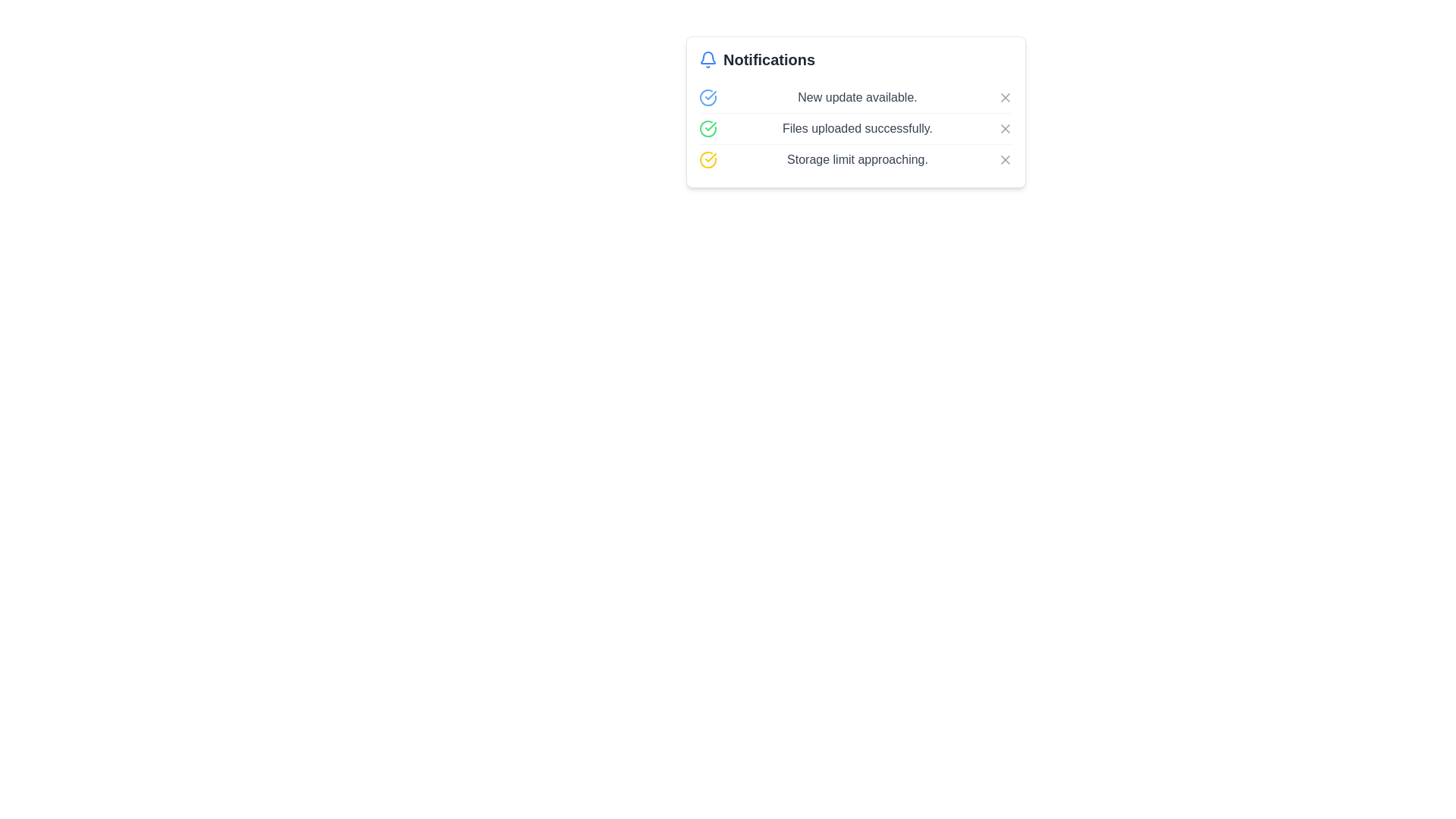  Describe the element at coordinates (855, 127) in the screenshot. I see `the notification message indicating a successful file upload, which is centrally aligned and positioned between the 'New update available.' and 'Storage limit approaching.' notifications` at that location.